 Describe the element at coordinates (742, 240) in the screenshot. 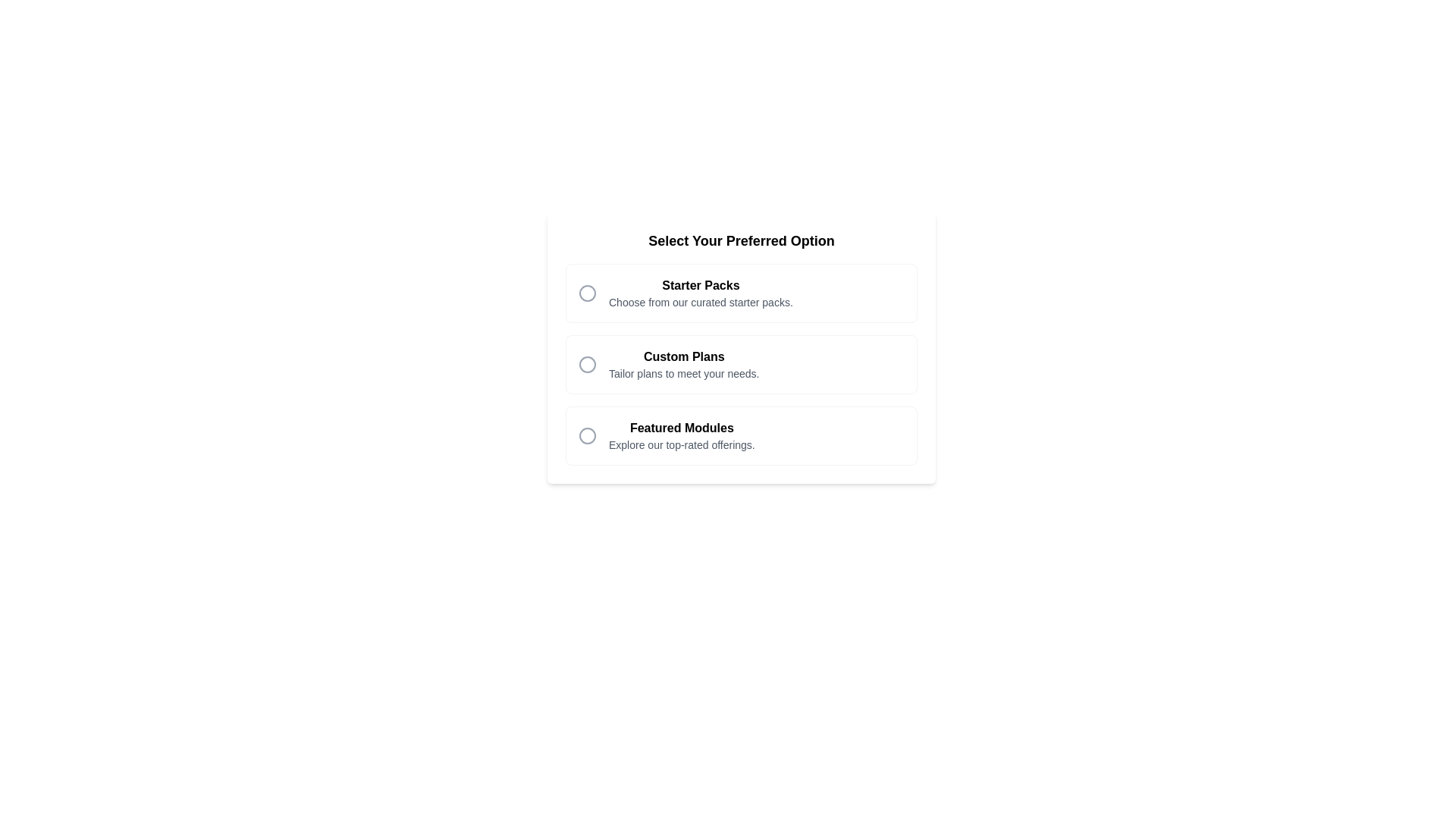

I see `the Text Label that serves as a heading for the section explaining the purpose of selecting a preferred option` at that location.